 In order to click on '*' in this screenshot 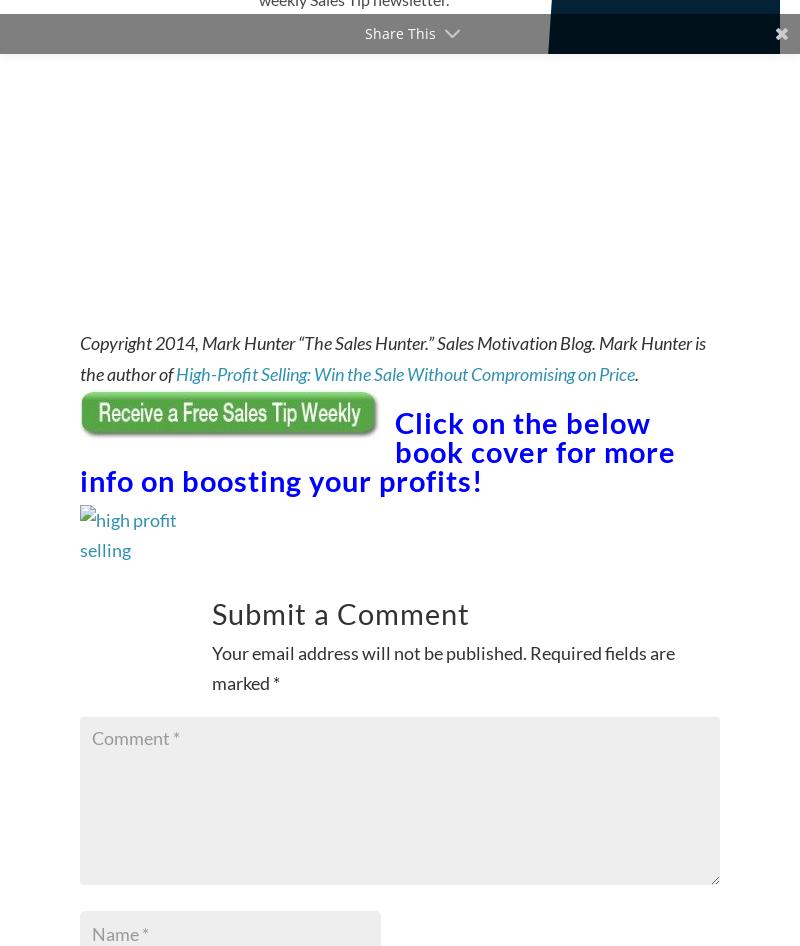, I will do `click(276, 683)`.